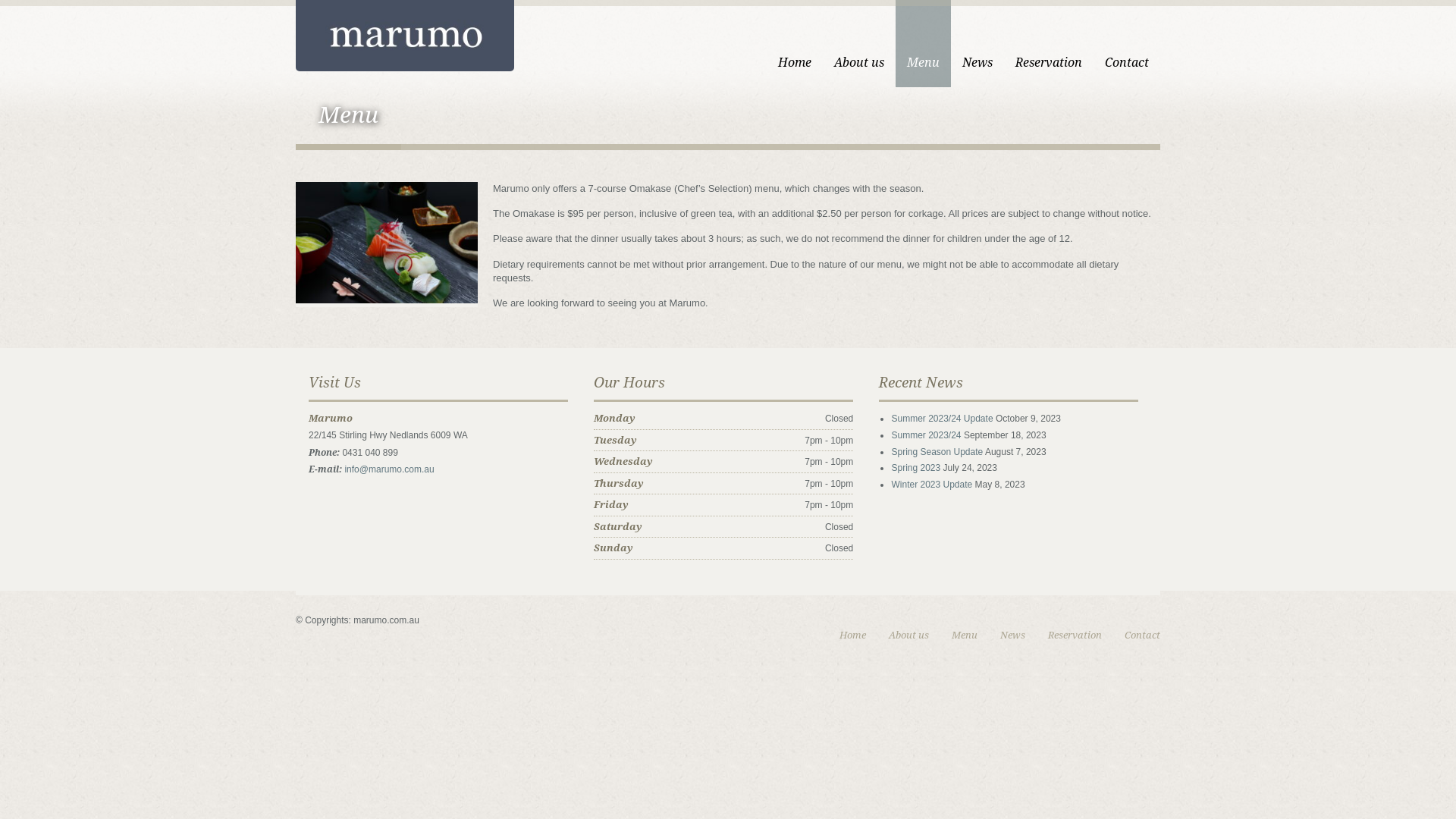 The width and height of the screenshot is (1456, 819). I want to click on 'Home', so click(852, 635).